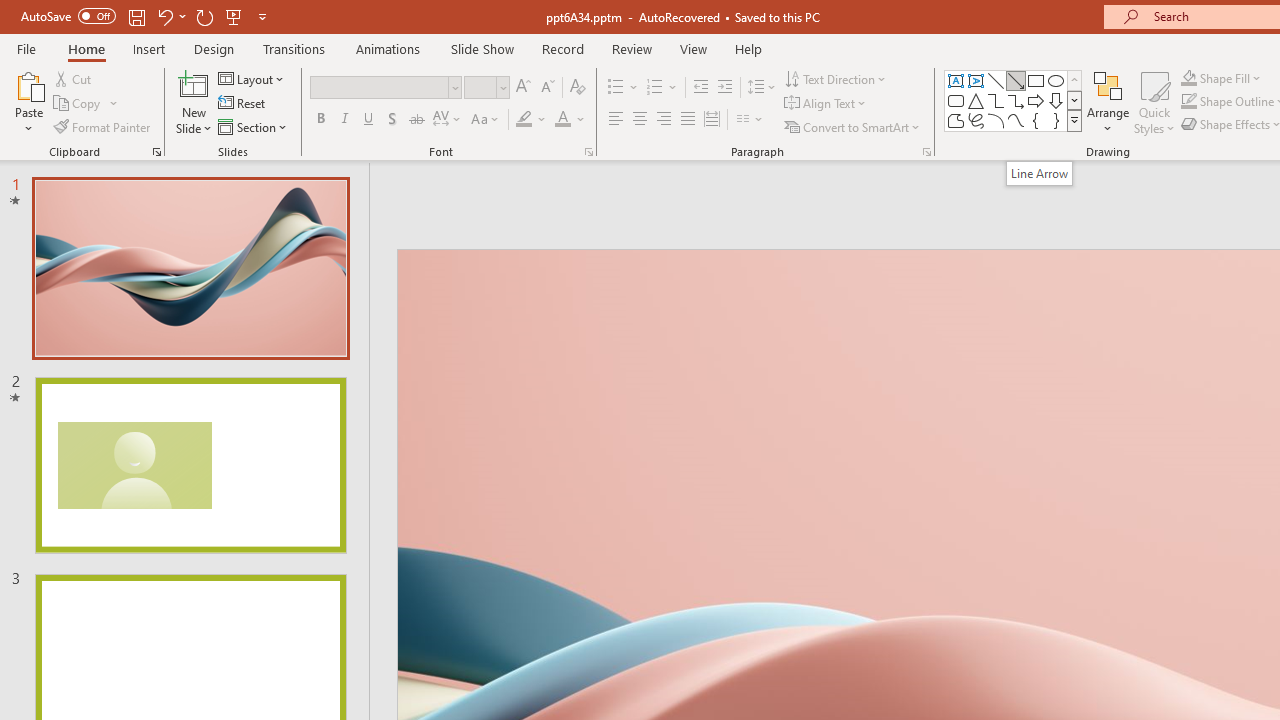 The image size is (1280, 720). Describe the element at coordinates (995, 100) in the screenshot. I see `'Connector: Elbow'` at that location.